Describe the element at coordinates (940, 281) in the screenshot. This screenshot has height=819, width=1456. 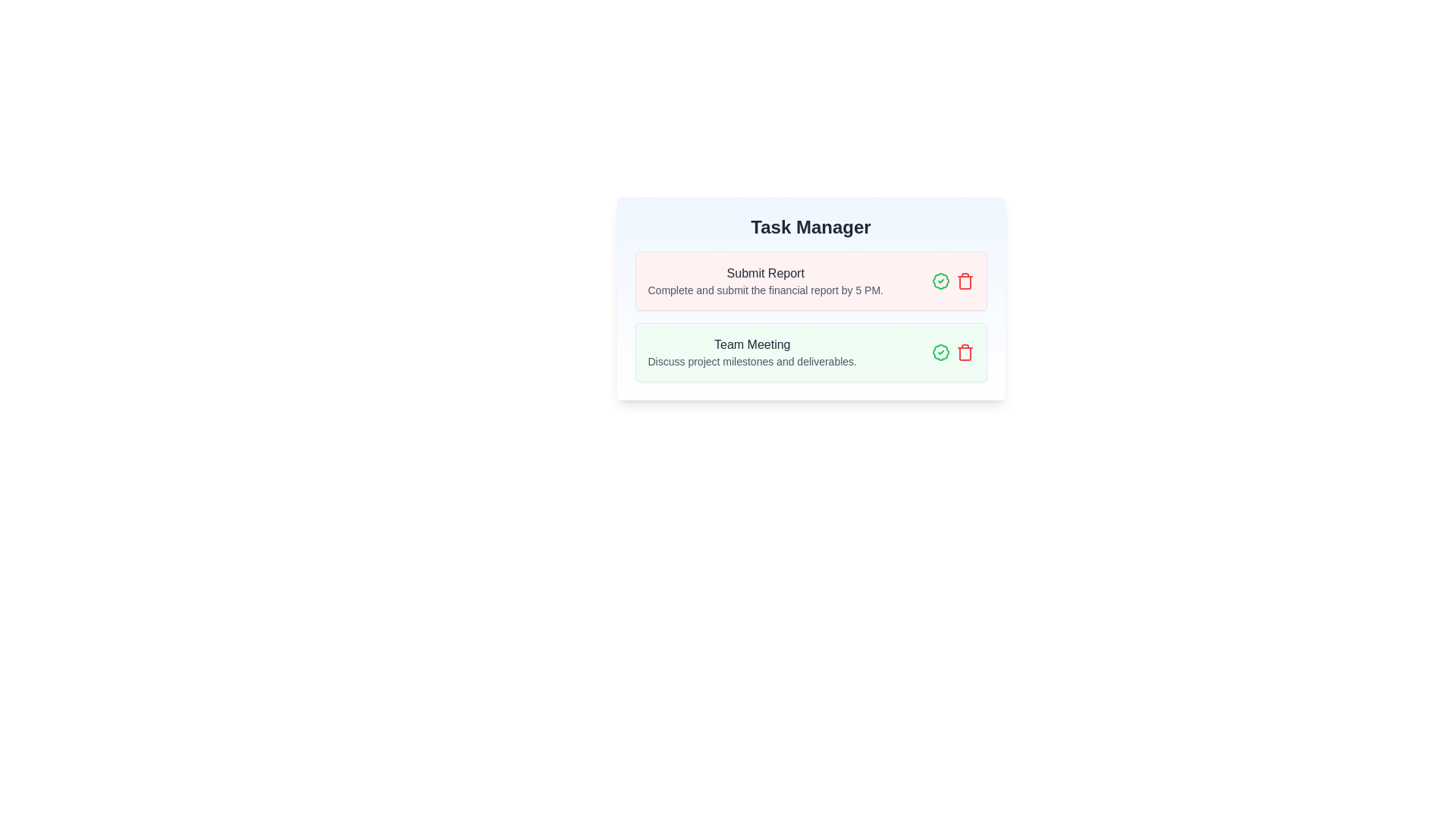
I see `the green circular icon resembling a badge or checkmark within the 'Submit Report' task card` at that location.